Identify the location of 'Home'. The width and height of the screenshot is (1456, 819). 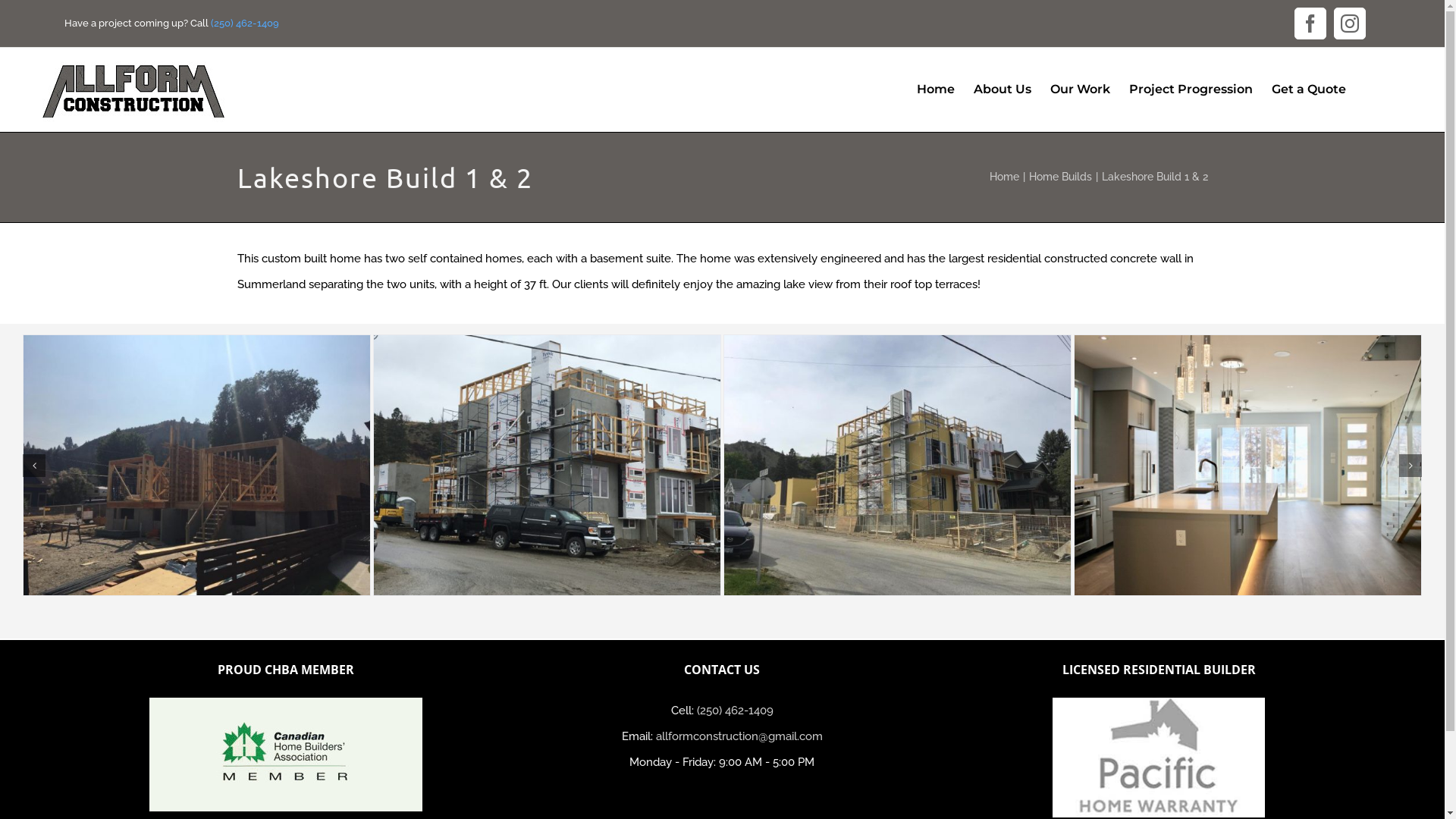
(1003, 175).